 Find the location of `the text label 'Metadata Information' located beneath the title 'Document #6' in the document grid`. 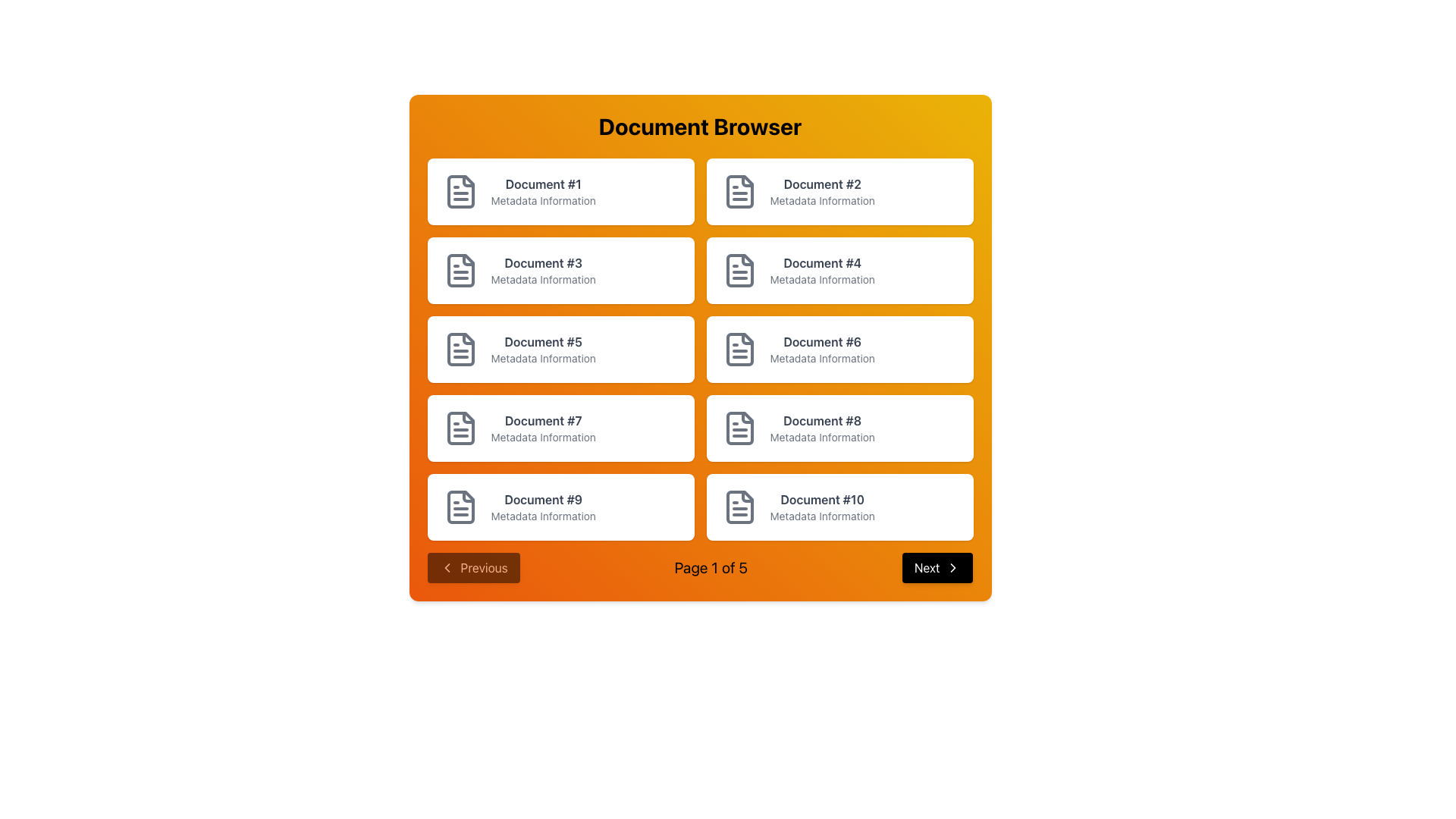

the text label 'Metadata Information' located beneath the title 'Document #6' in the document grid is located at coordinates (821, 359).